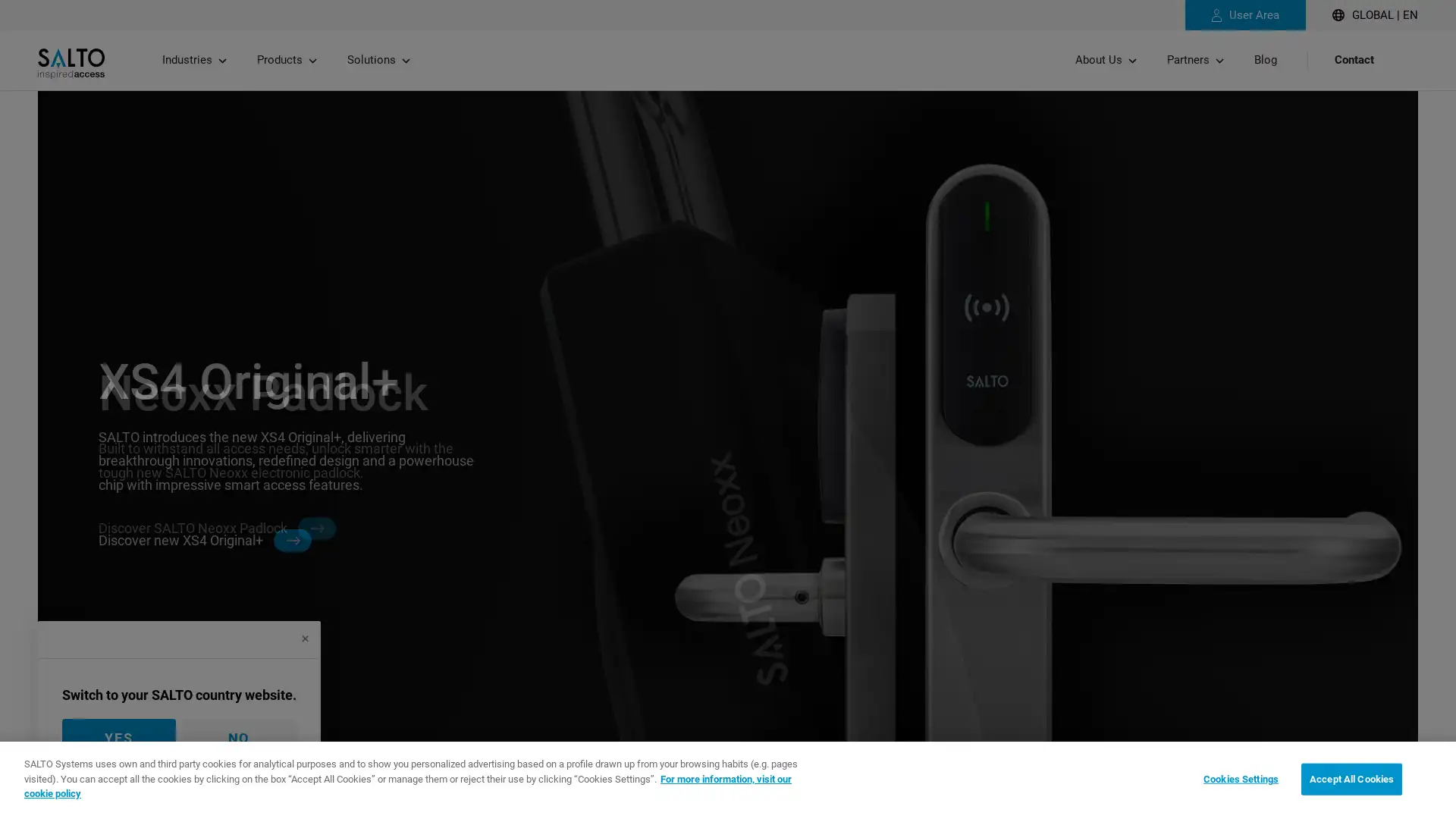  What do you see at coordinates (287, 58) in the screenshot?
I see `Products` at bounding box center [287, 58].